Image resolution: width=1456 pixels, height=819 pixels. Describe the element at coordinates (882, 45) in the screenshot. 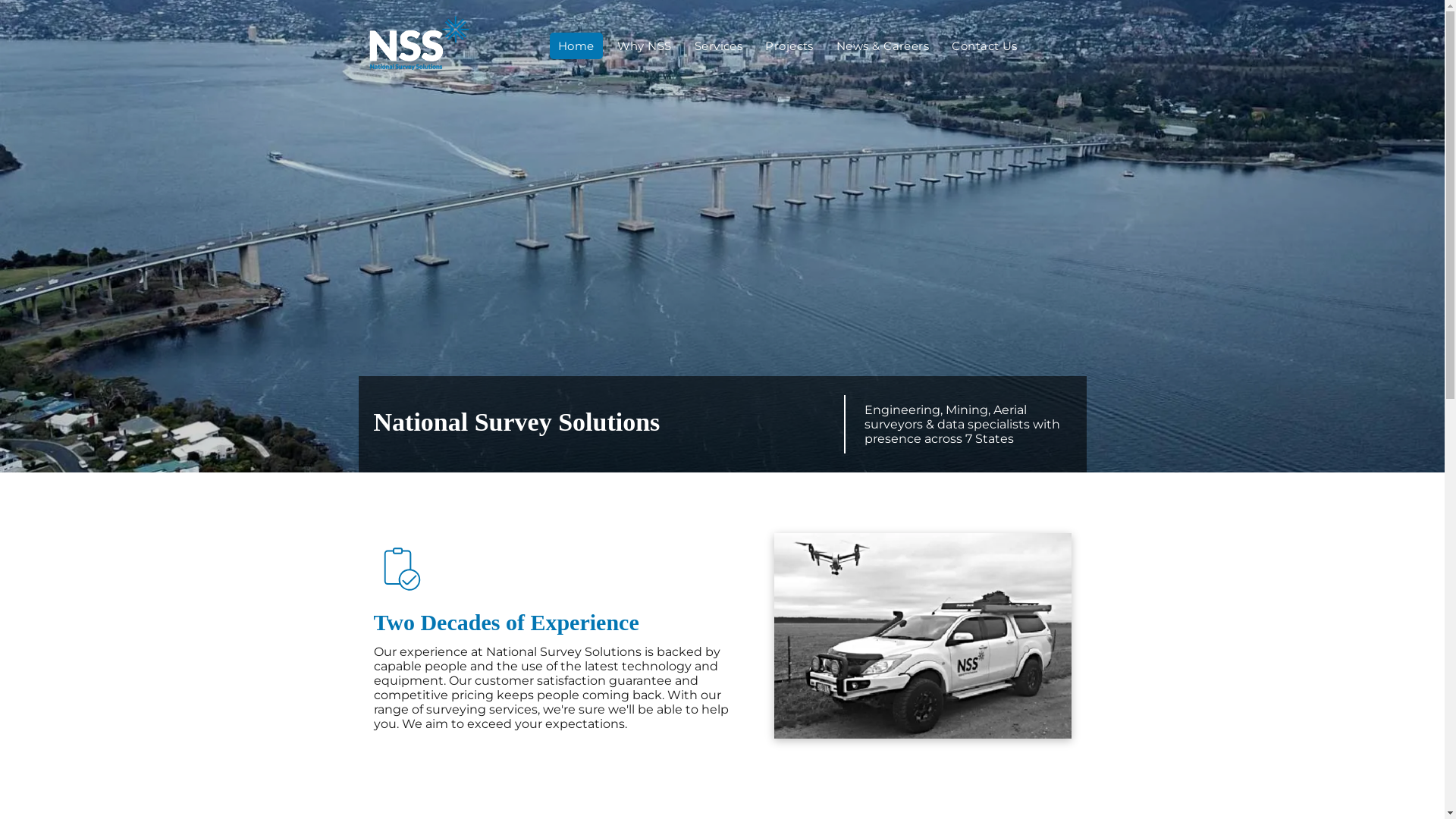

I see `'News & Careers'` at that location.